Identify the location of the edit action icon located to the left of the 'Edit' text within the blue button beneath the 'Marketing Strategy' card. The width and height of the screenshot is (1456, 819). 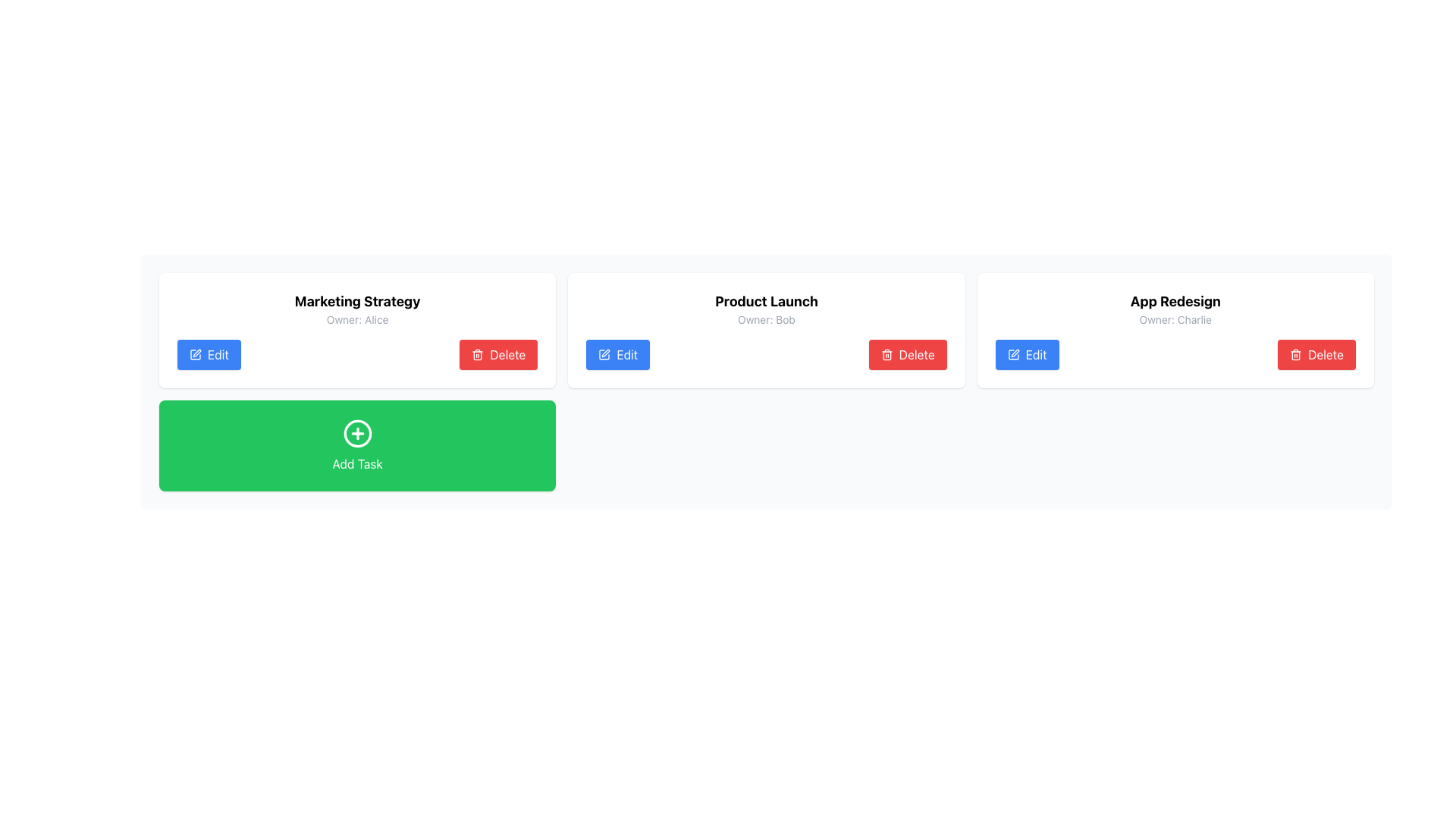
(195, 354).